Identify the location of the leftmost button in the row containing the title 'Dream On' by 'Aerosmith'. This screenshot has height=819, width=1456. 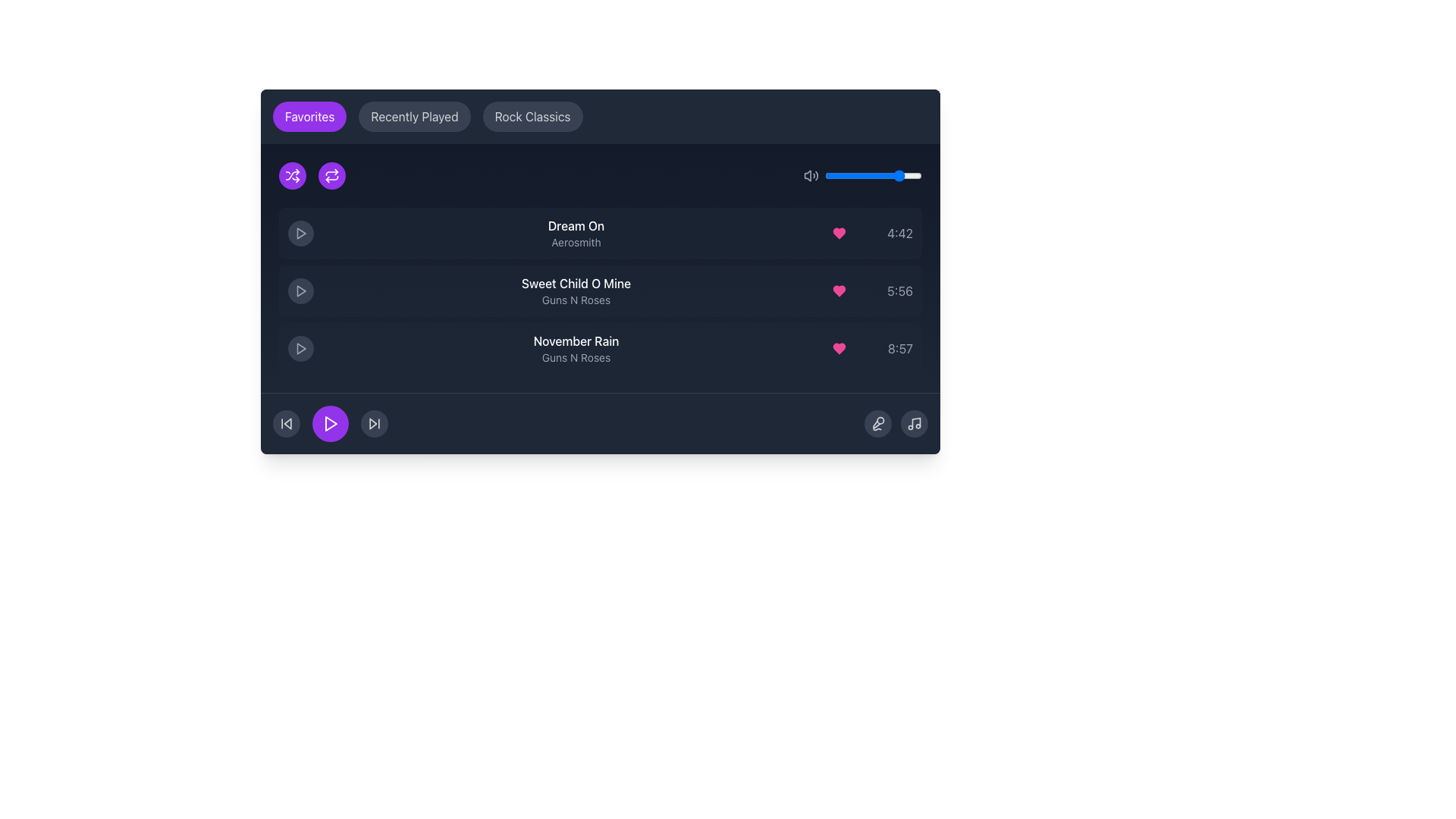
(301, 234).